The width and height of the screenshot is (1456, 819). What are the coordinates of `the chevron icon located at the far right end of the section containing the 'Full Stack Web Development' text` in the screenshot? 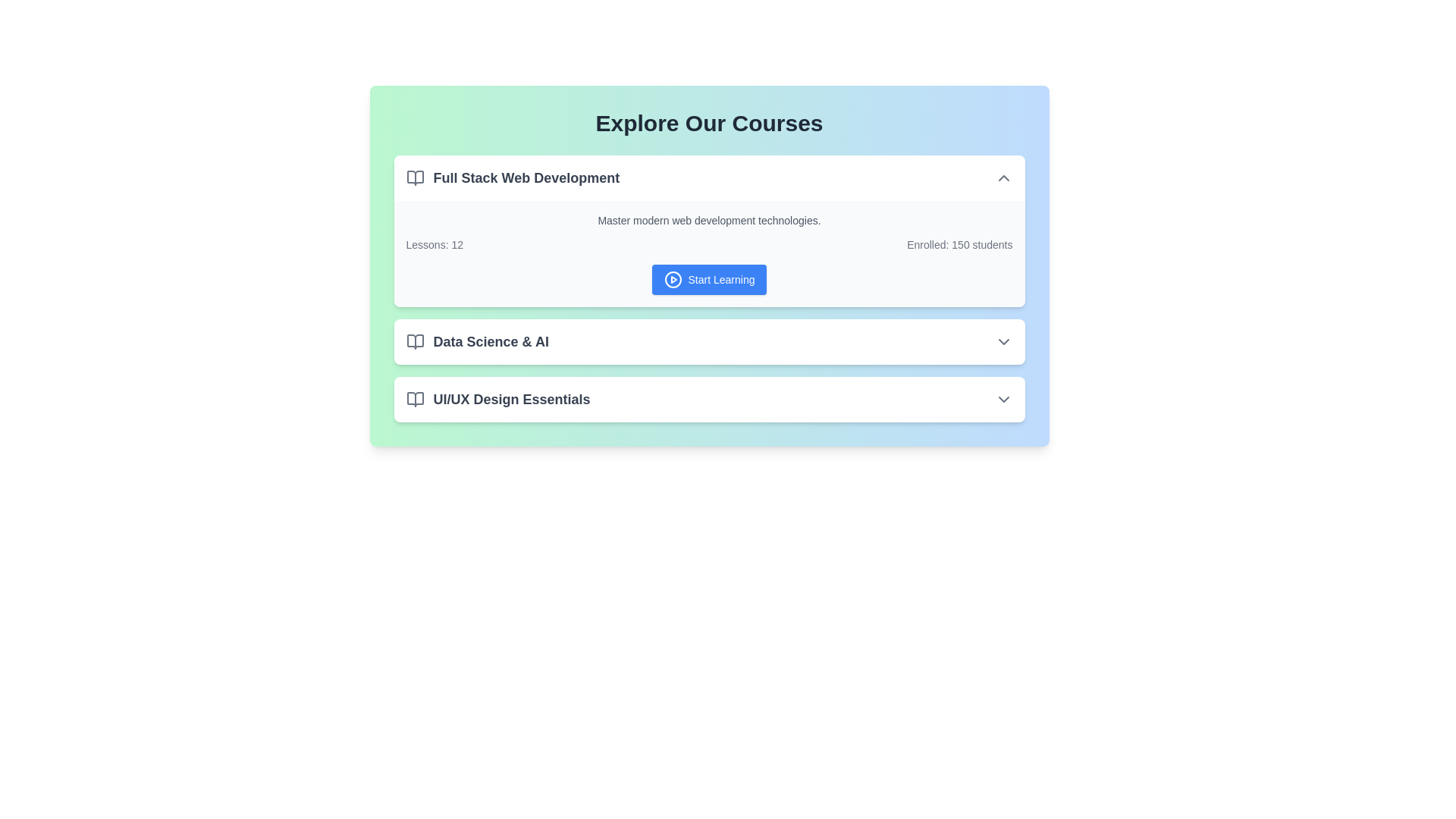 It's located at (1003, 177).